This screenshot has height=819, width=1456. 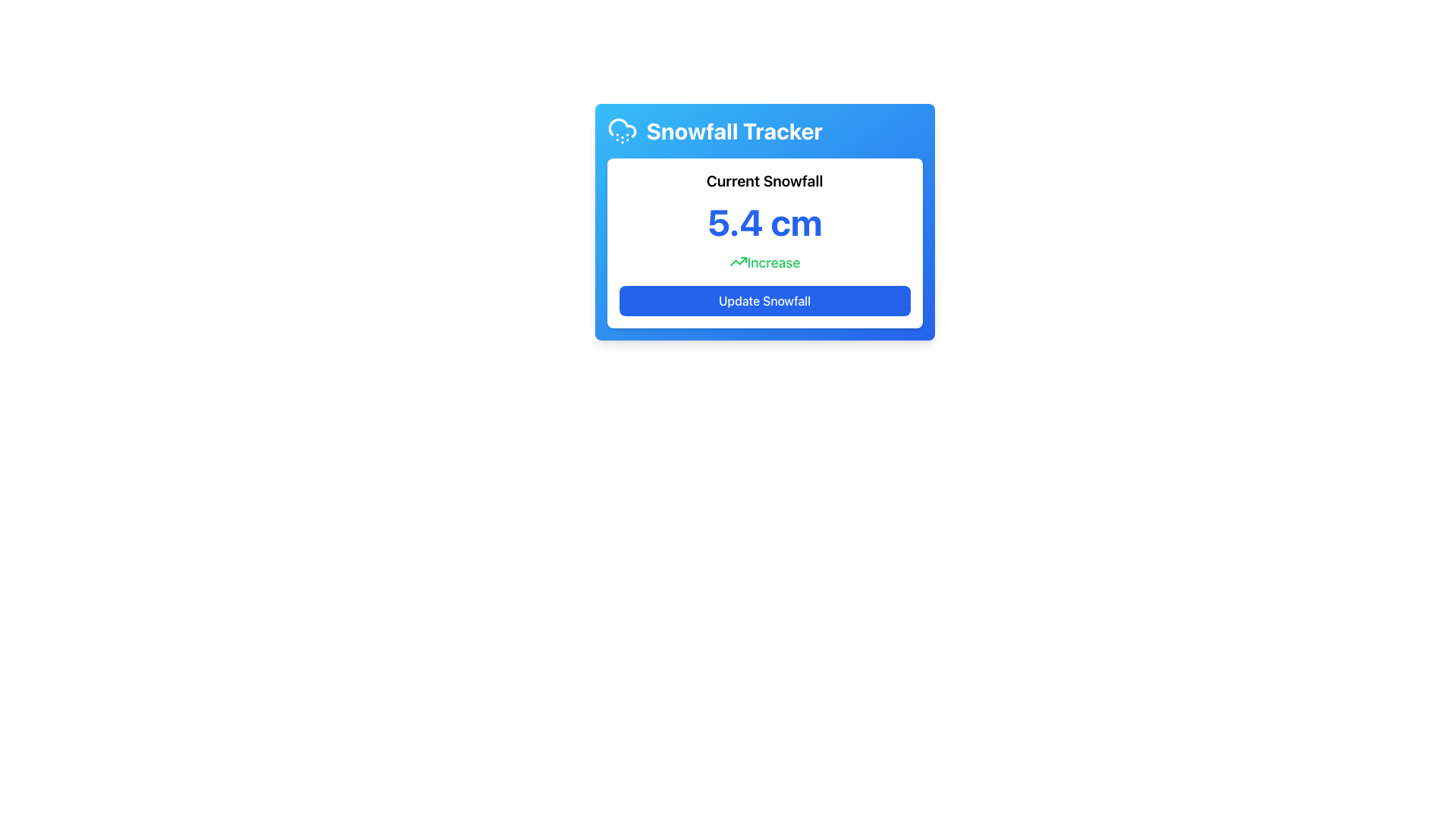 What do you see at coordinates (622, 127) in the screenshot?
I see `the cloud outline icon located at the upper-left corner of the 'Snowfall Tracker' card, adjacent to the text header` at bounding box center [622, 127].